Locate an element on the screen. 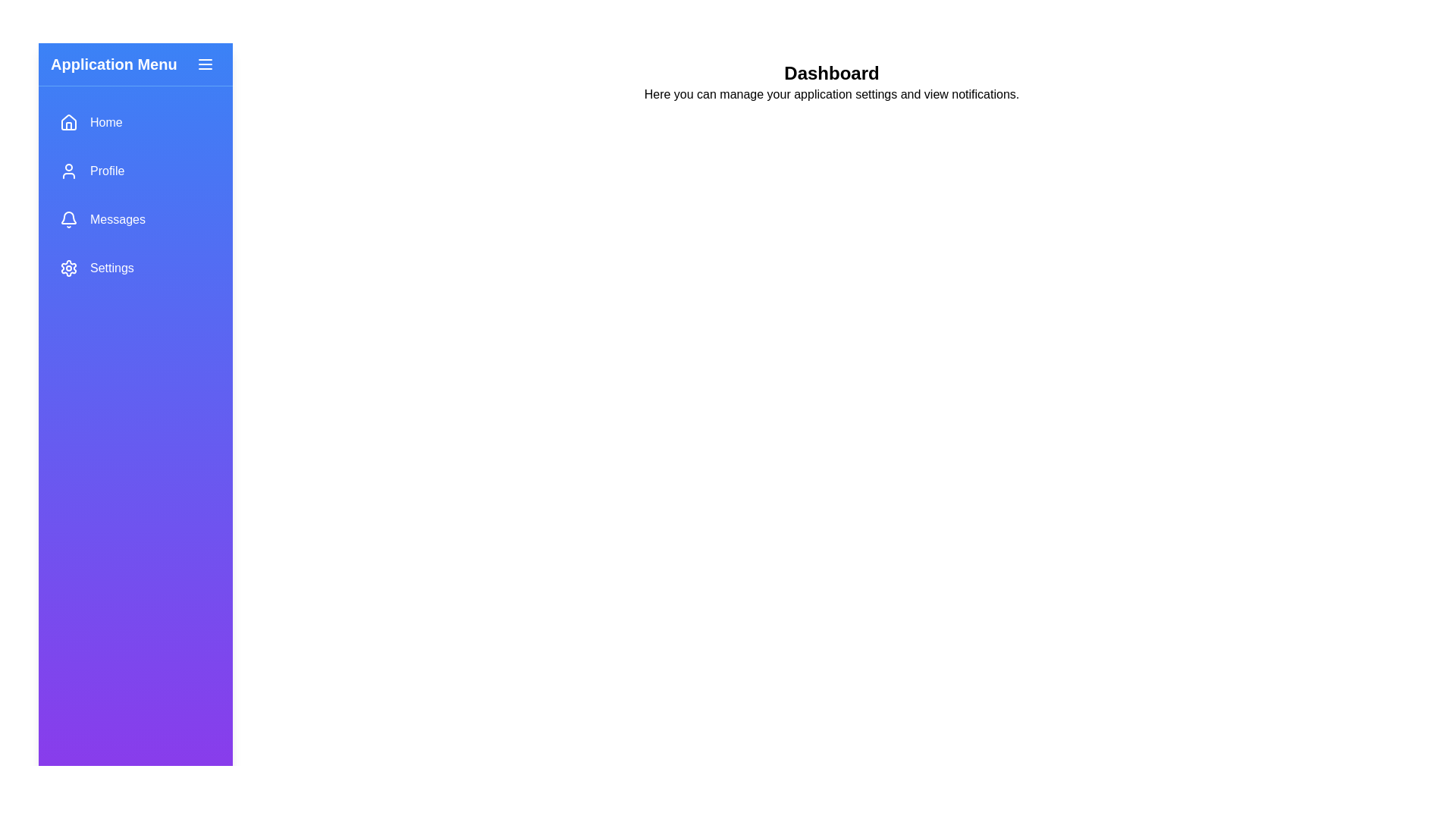 This screenshot has width=1456, height=819. the 'Settings' navigation label in the vertical menu of the sidebar, which is located to the right of the gear icon is located at coordinates (111, 268).